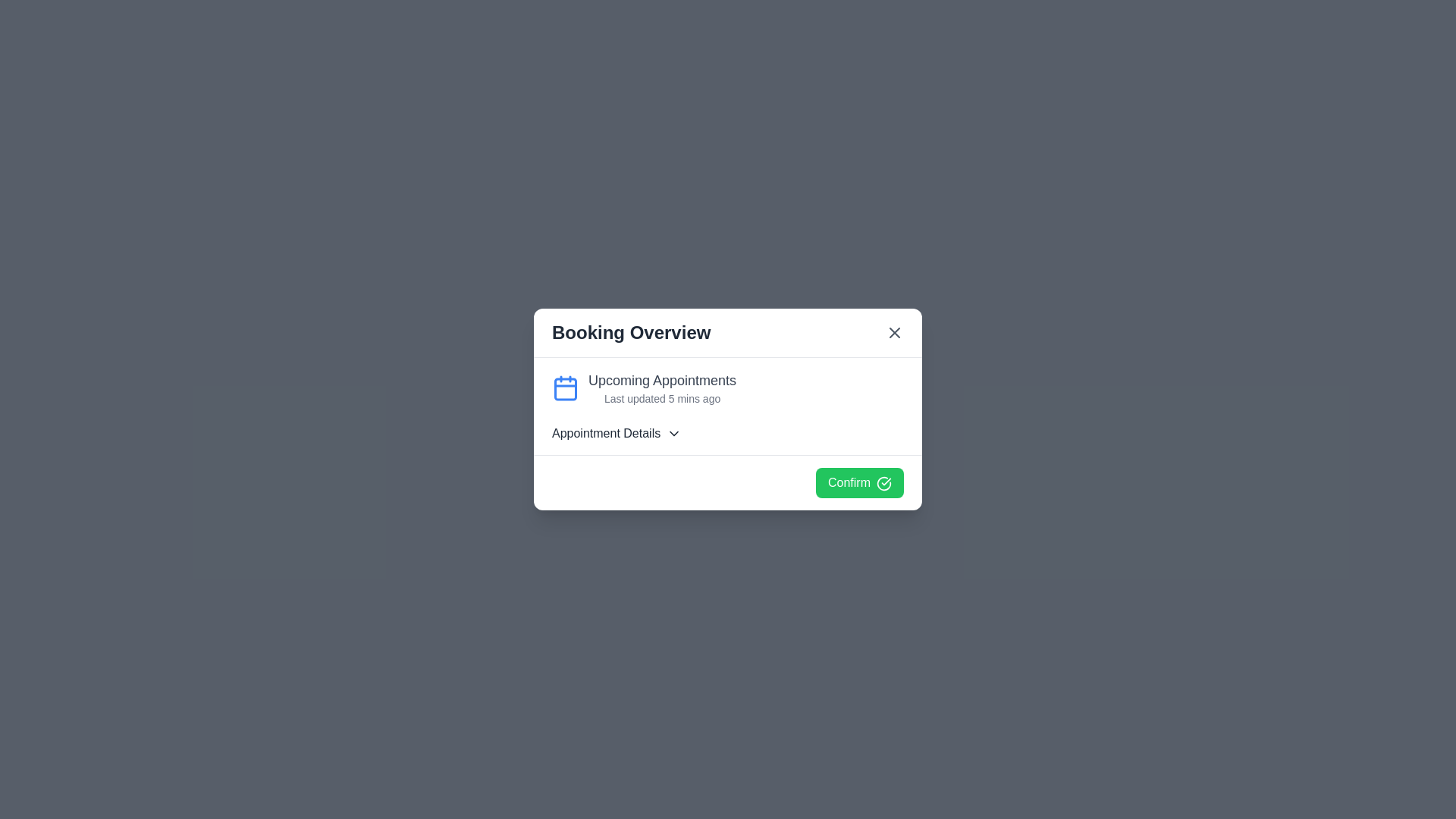  Describe the element at coordinates (662, 388) in the screenshot. I see `the header and timestamp display for the 'Upcoming Appointments' section in the 'Booking Overview' modal` at that location.